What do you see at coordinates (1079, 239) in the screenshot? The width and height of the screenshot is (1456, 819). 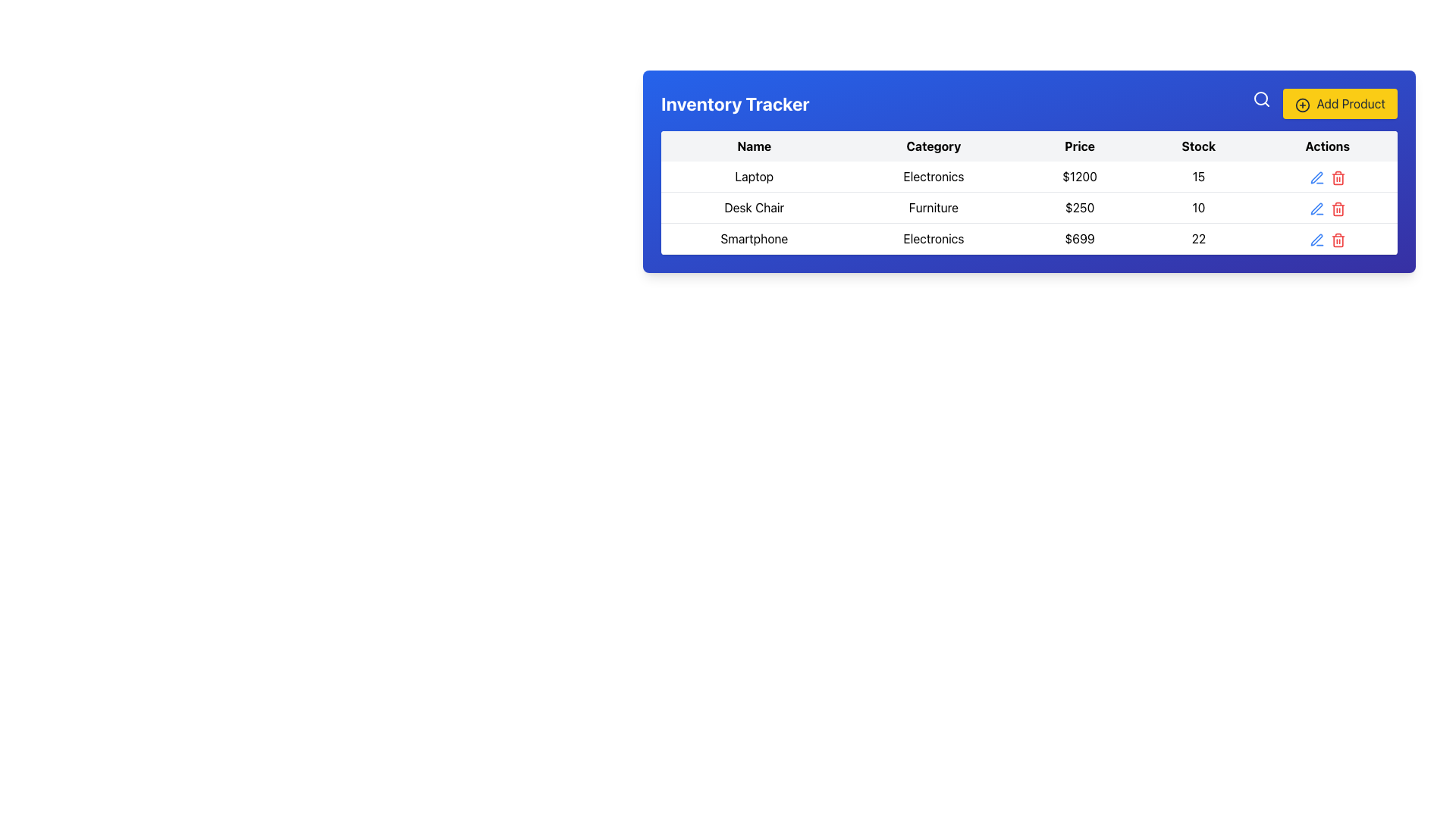 I see `the price label displaying the price of the 'Smartphone' in the inventory table, located in the Price column and third position from the left` at bounding box center [1079, 239].